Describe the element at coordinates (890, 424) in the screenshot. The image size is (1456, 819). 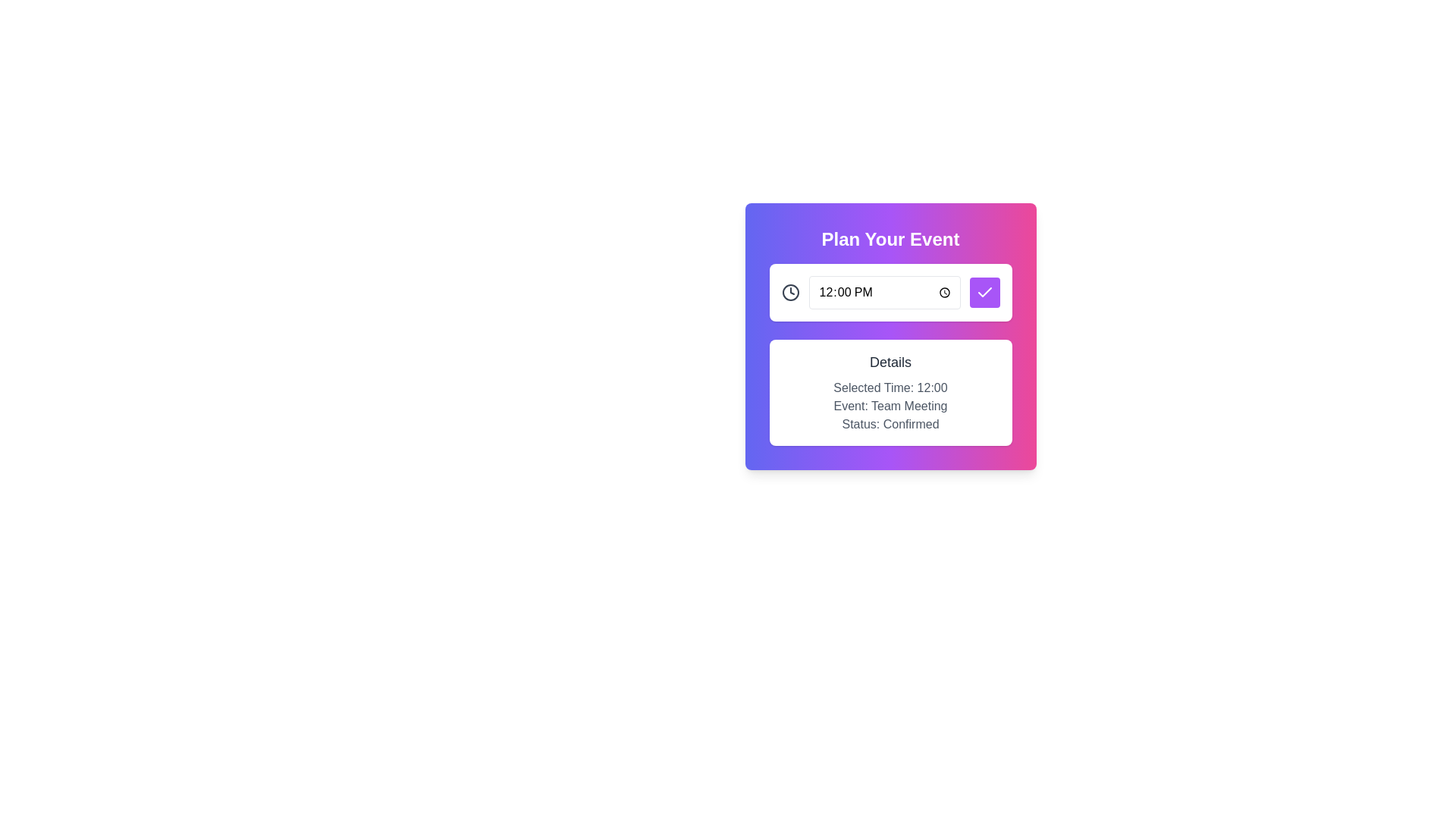
I see `the text label displaying 'Status: Confirmed', which is located within the 'Details' section, positioned below 'Event: Team Meeting'` at that location.